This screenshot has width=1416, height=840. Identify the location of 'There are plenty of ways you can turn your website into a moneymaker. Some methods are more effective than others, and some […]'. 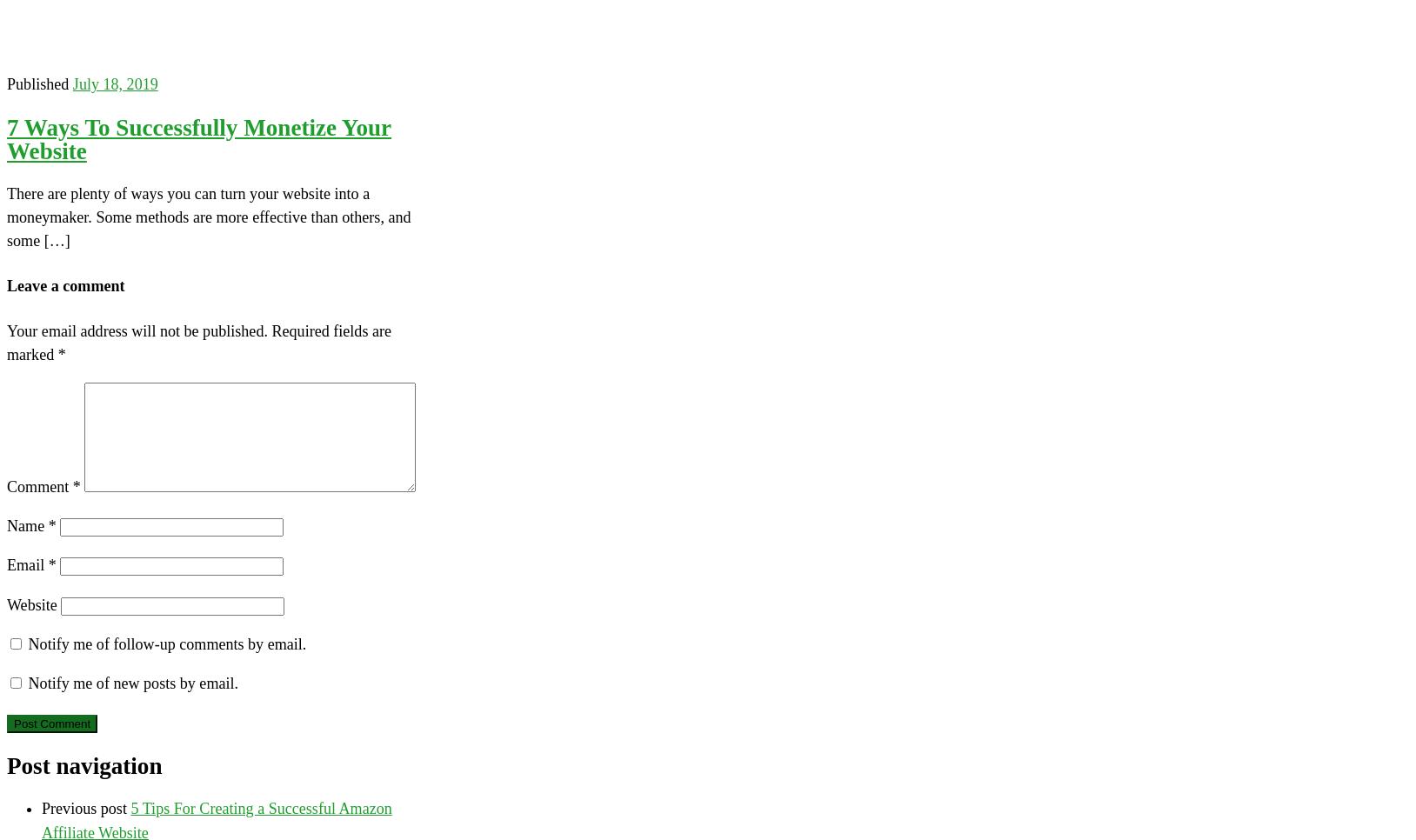
(5, 217).